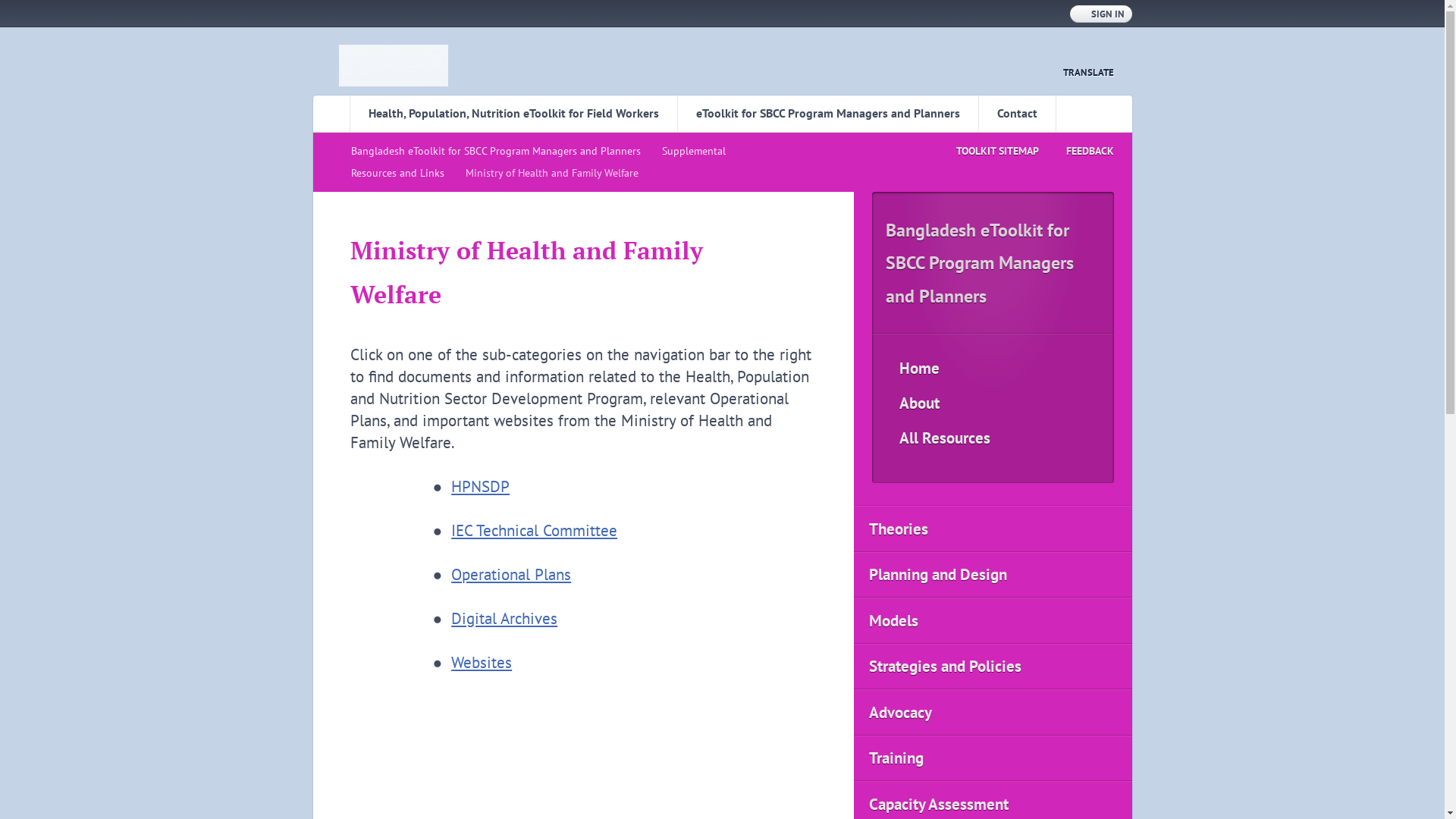  What do you see at coordinates (1078, 72) in the screenshot?
I see `'TRANSLATE'` at bounding box center [1078, 72].